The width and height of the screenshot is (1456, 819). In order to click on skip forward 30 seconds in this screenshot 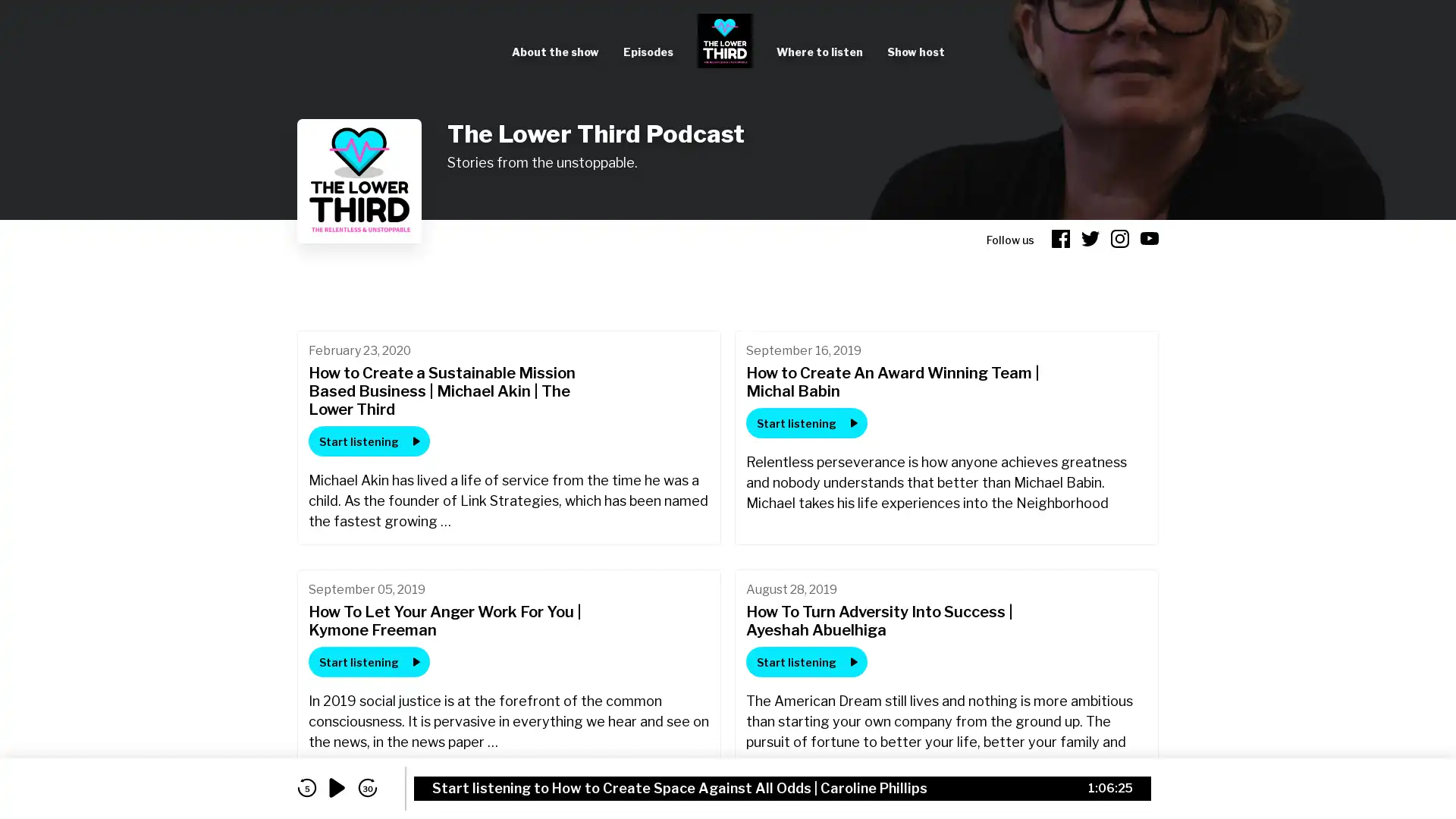, I will do `click(367, 787)`.